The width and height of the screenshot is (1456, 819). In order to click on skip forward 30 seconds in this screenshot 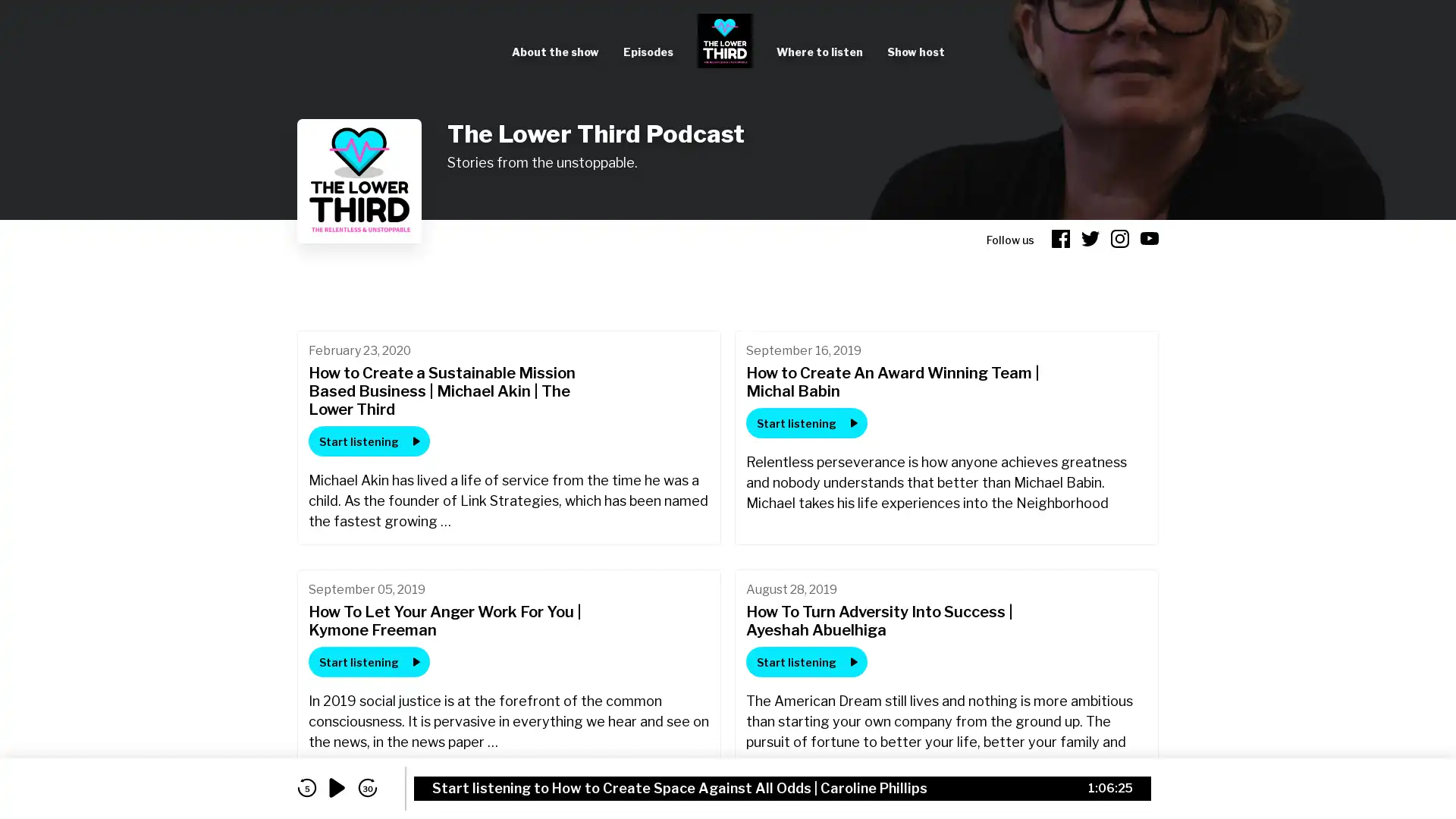, I will do `click(367, 787)`.